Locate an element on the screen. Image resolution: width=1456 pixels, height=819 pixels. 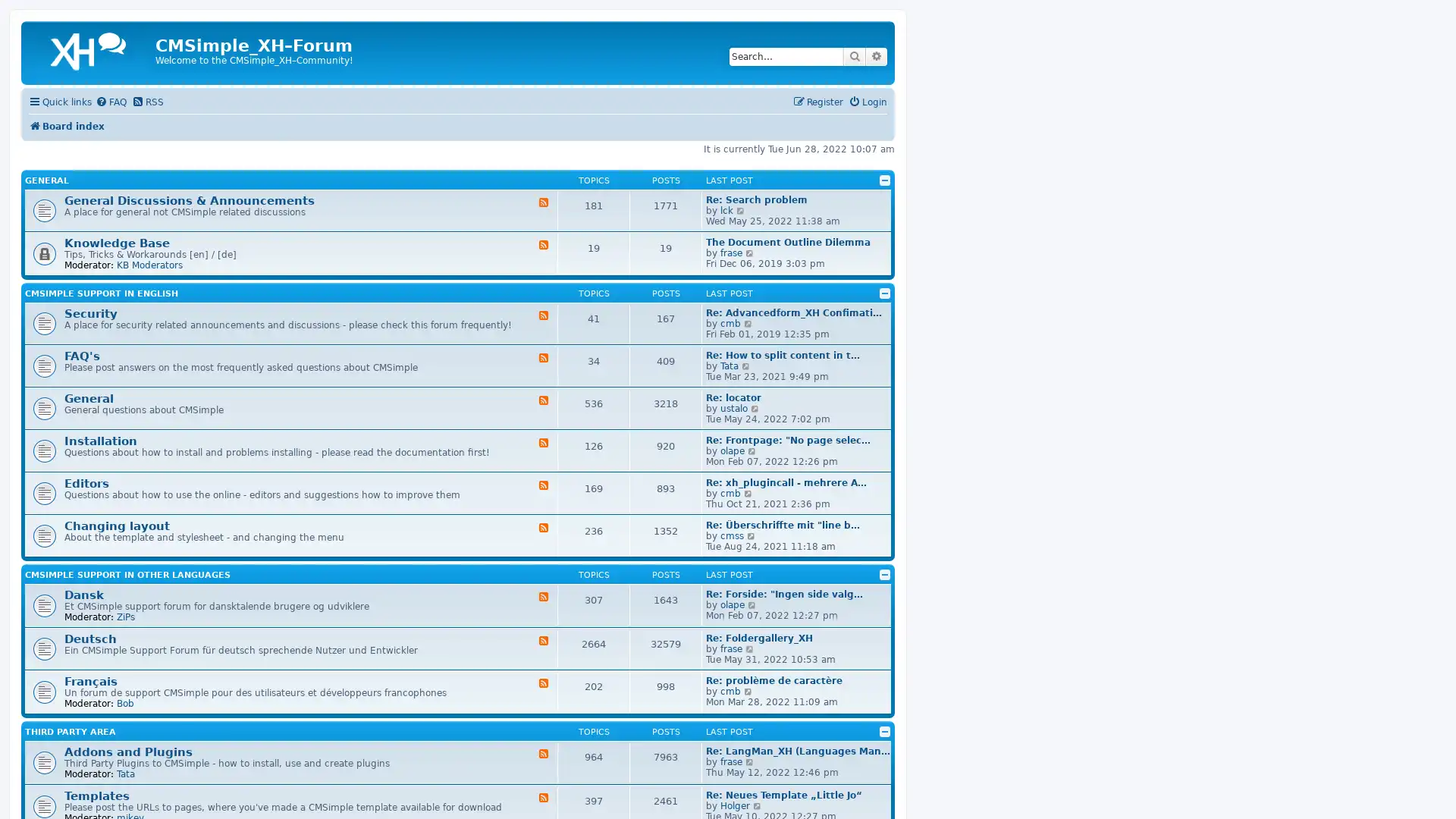
Search is located at coordinates (855, 55).